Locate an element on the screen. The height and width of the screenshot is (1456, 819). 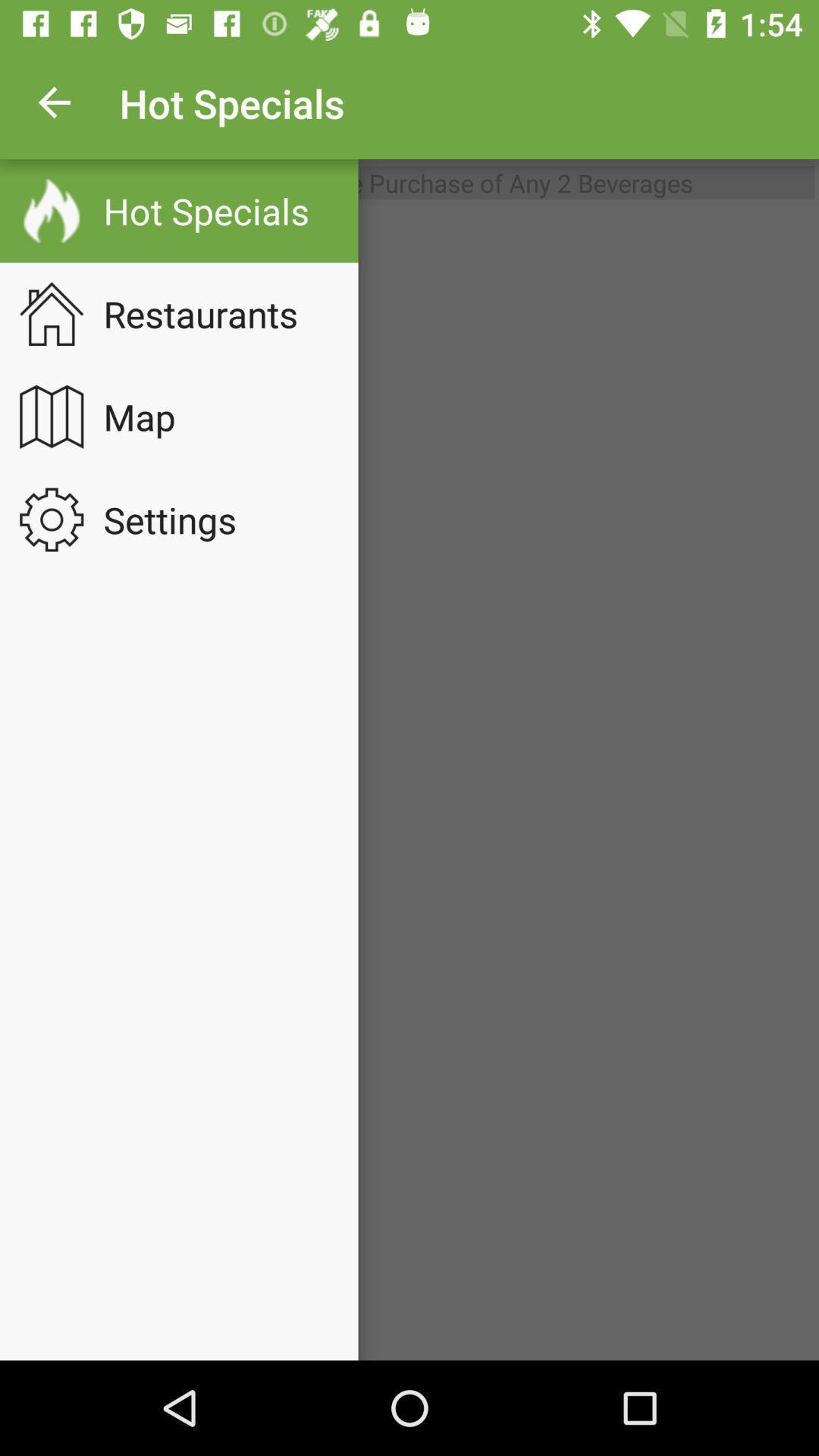
the restaurants is located at coordinates (210, 312).